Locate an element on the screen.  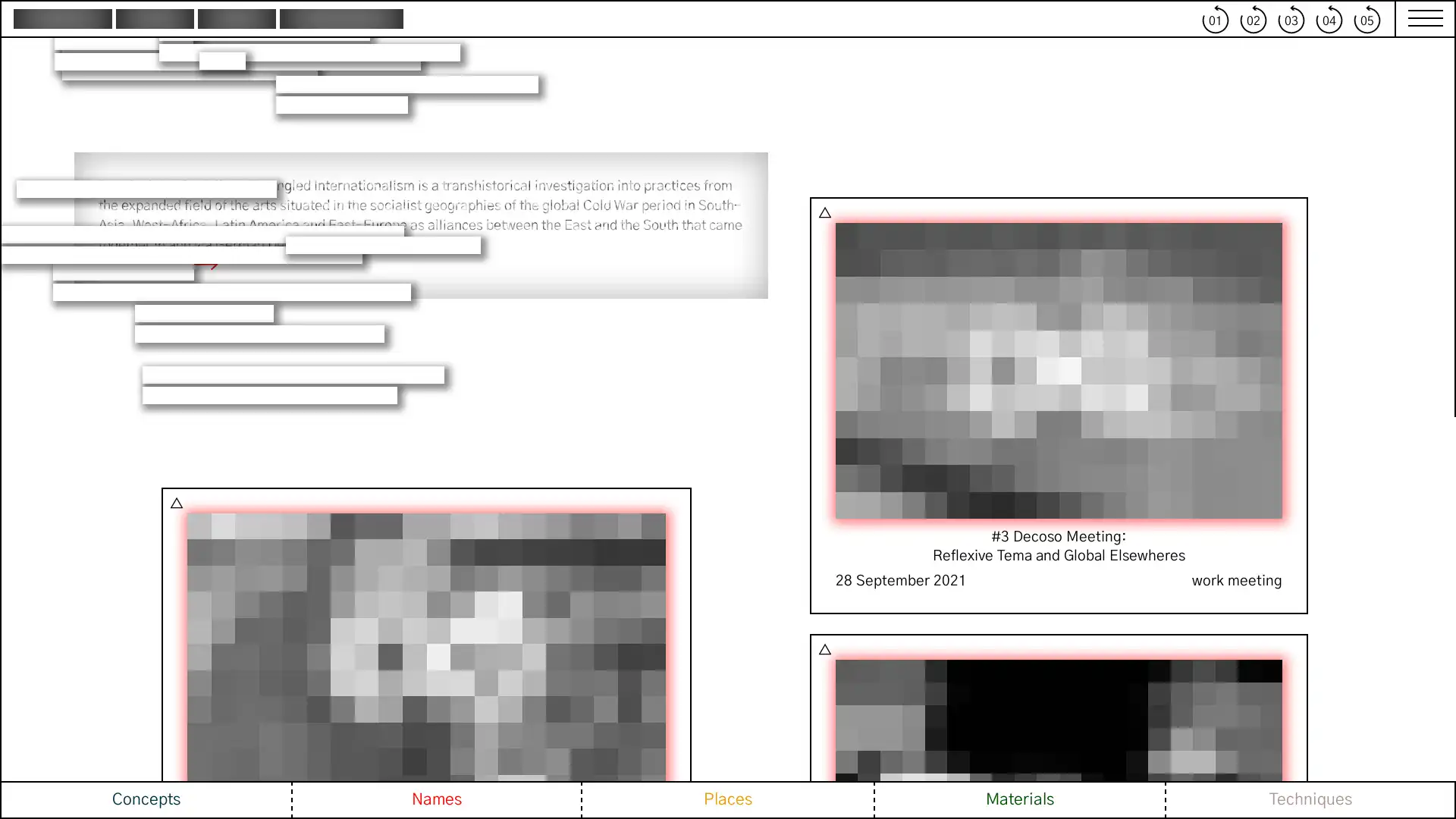
Menu is located at coordinates (1417, 18).